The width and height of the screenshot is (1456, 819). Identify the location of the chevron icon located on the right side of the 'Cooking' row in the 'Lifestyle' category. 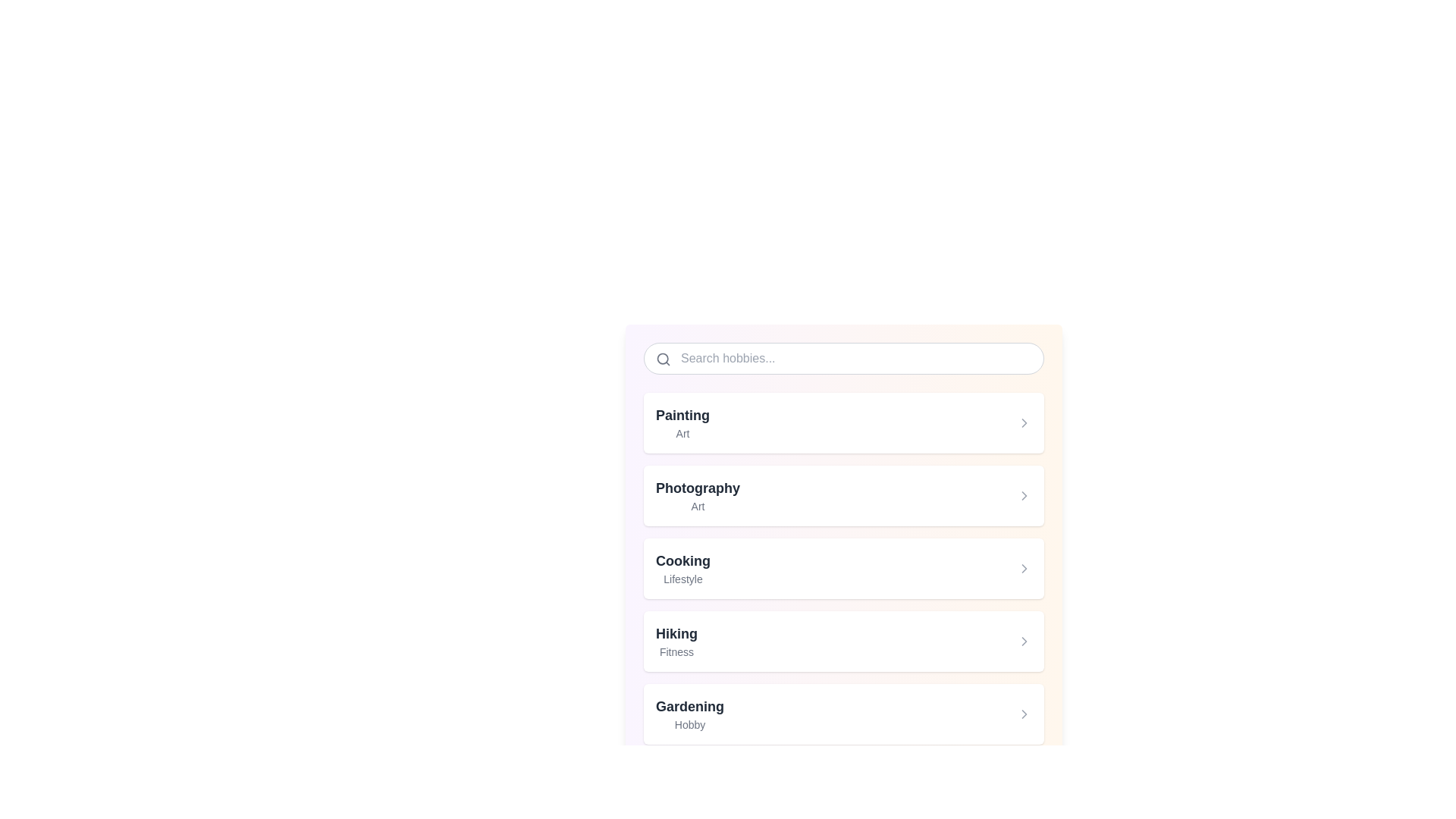
(1024, 568).